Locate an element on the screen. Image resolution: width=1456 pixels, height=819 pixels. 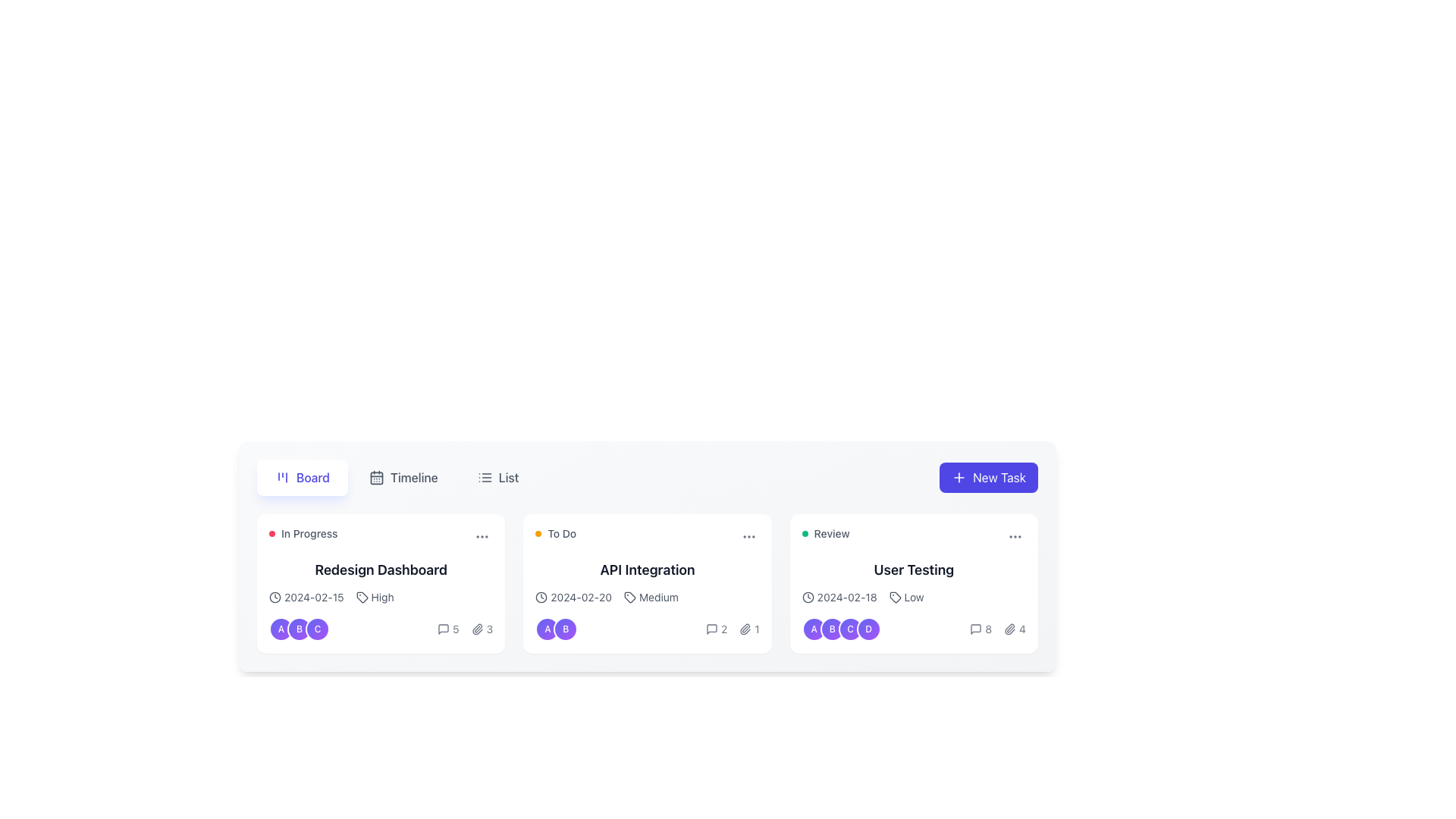
the Avatar group element located within the 'In Progress' task card under the 'Board' section, which is below the task details and grouped with 'A' and 'C' icons, with 'B' in the center is located at coordinates (299, 629).